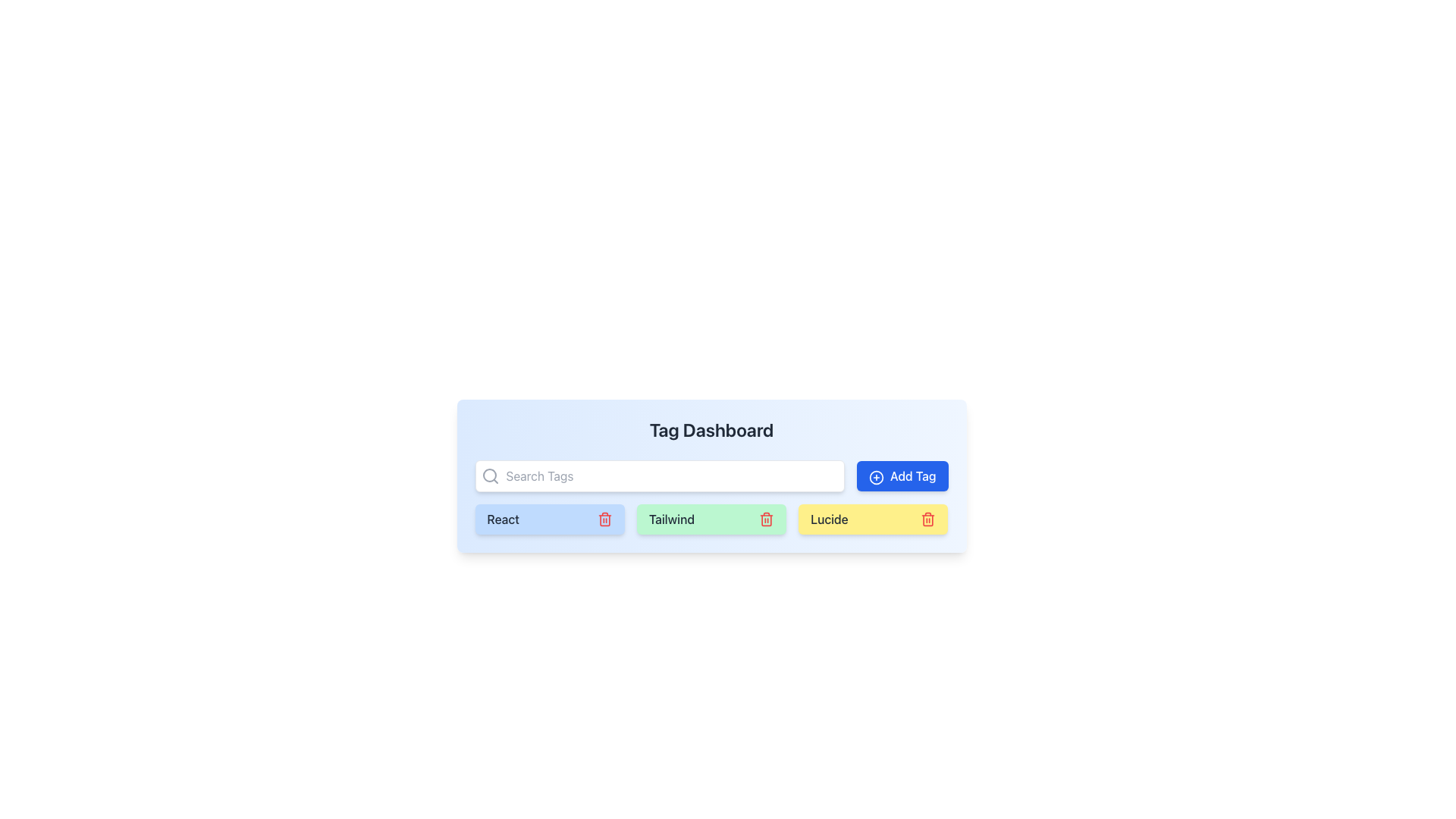 The width and height of the screenshot is (1456, 819). What do you see at coordinates (828, 519) in the screenshot?
I see `displayed text of the Text Label that shows 'Lucide' with a medium font weight on a yellow background, positioned as the third tag in a horizontal layout` at bounding box center [828, 519].